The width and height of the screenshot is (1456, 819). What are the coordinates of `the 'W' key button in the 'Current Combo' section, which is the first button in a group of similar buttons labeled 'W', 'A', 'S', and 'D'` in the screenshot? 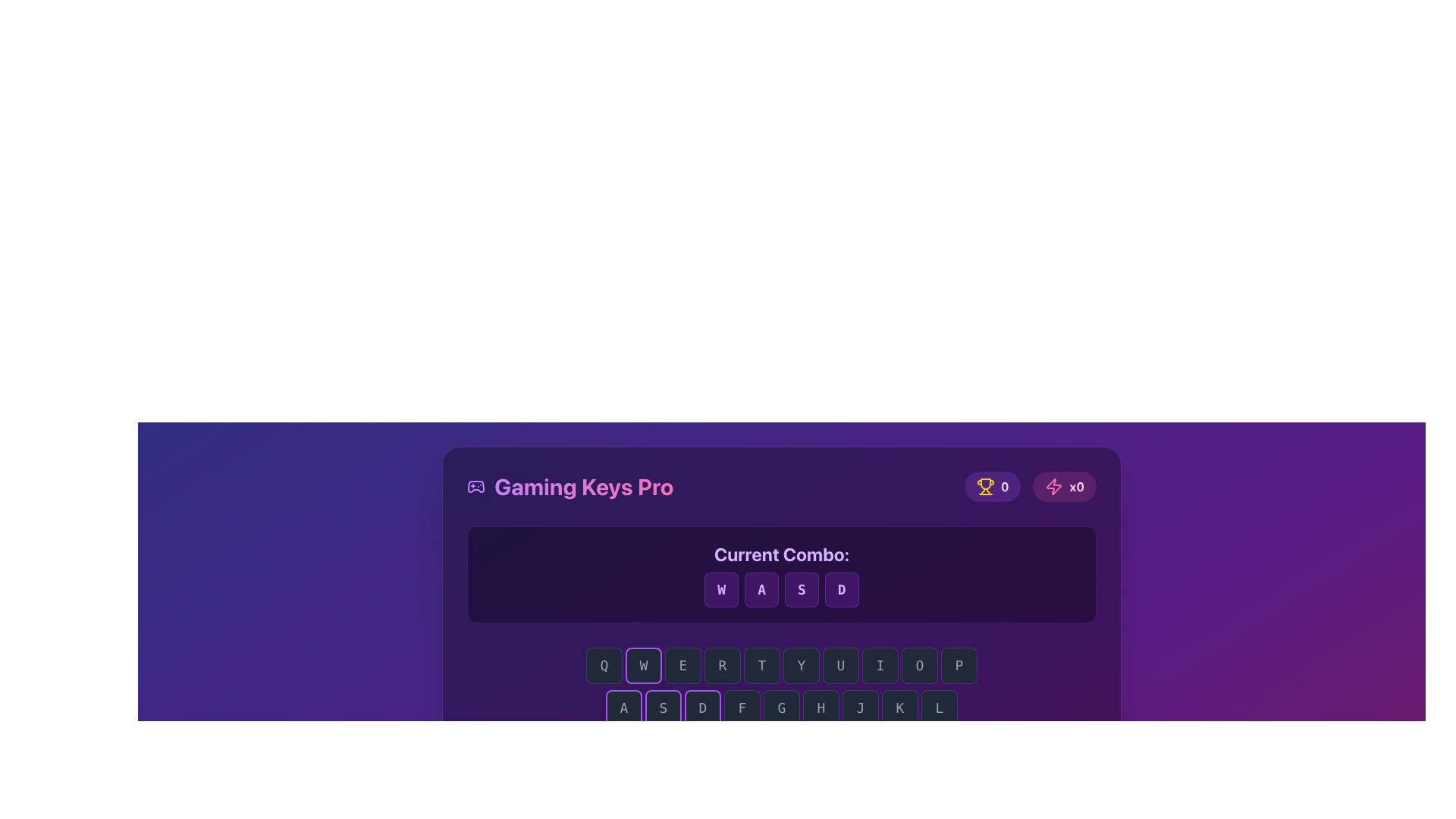 It's located at (720, 589).